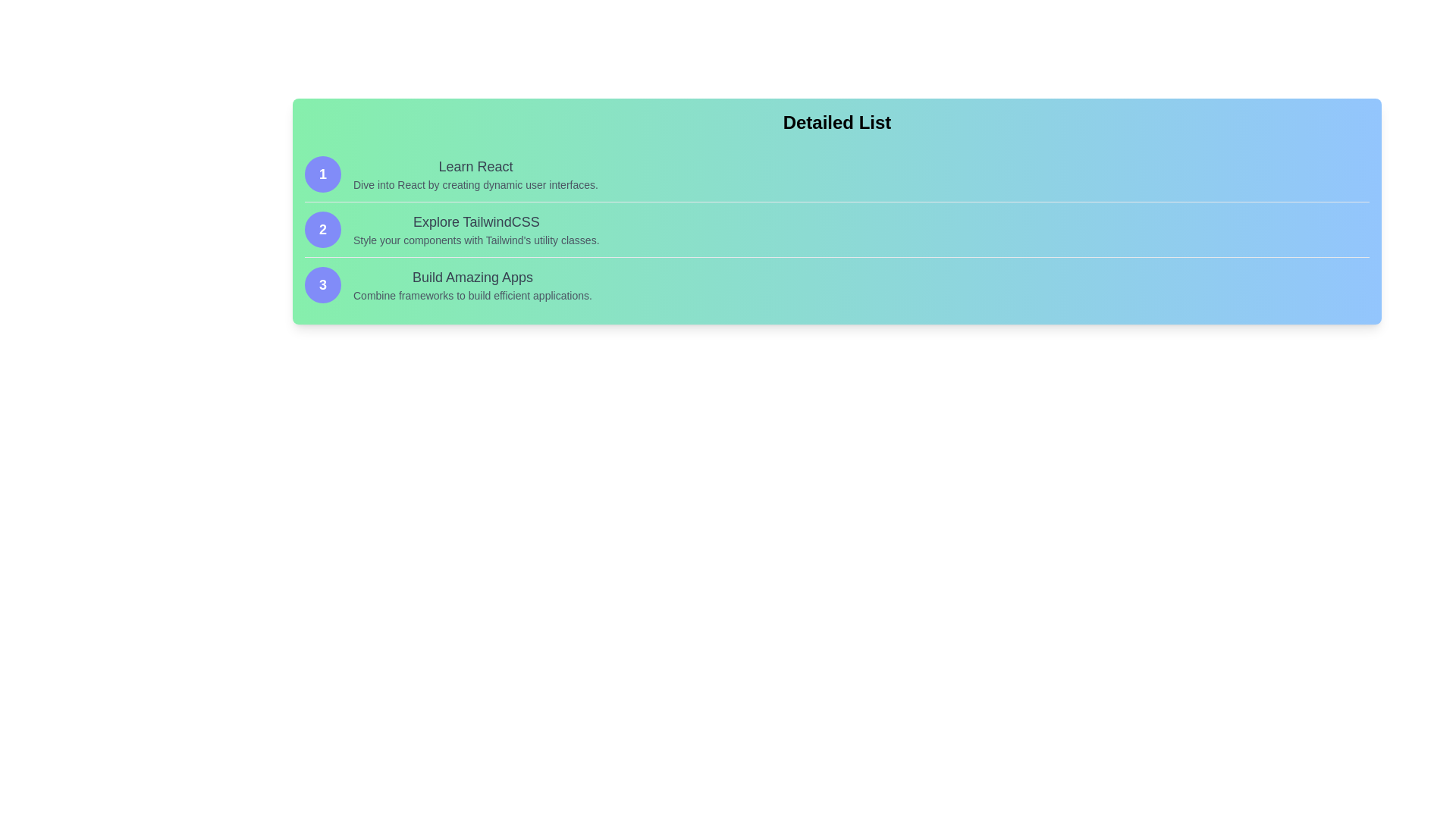 The image size is (1456, 819). I want to click on the circular badge with a light purple background containing the numeral '1', which is positioned at the top of a vertical list aligned with the text 'Learn React', so click(322, 174).